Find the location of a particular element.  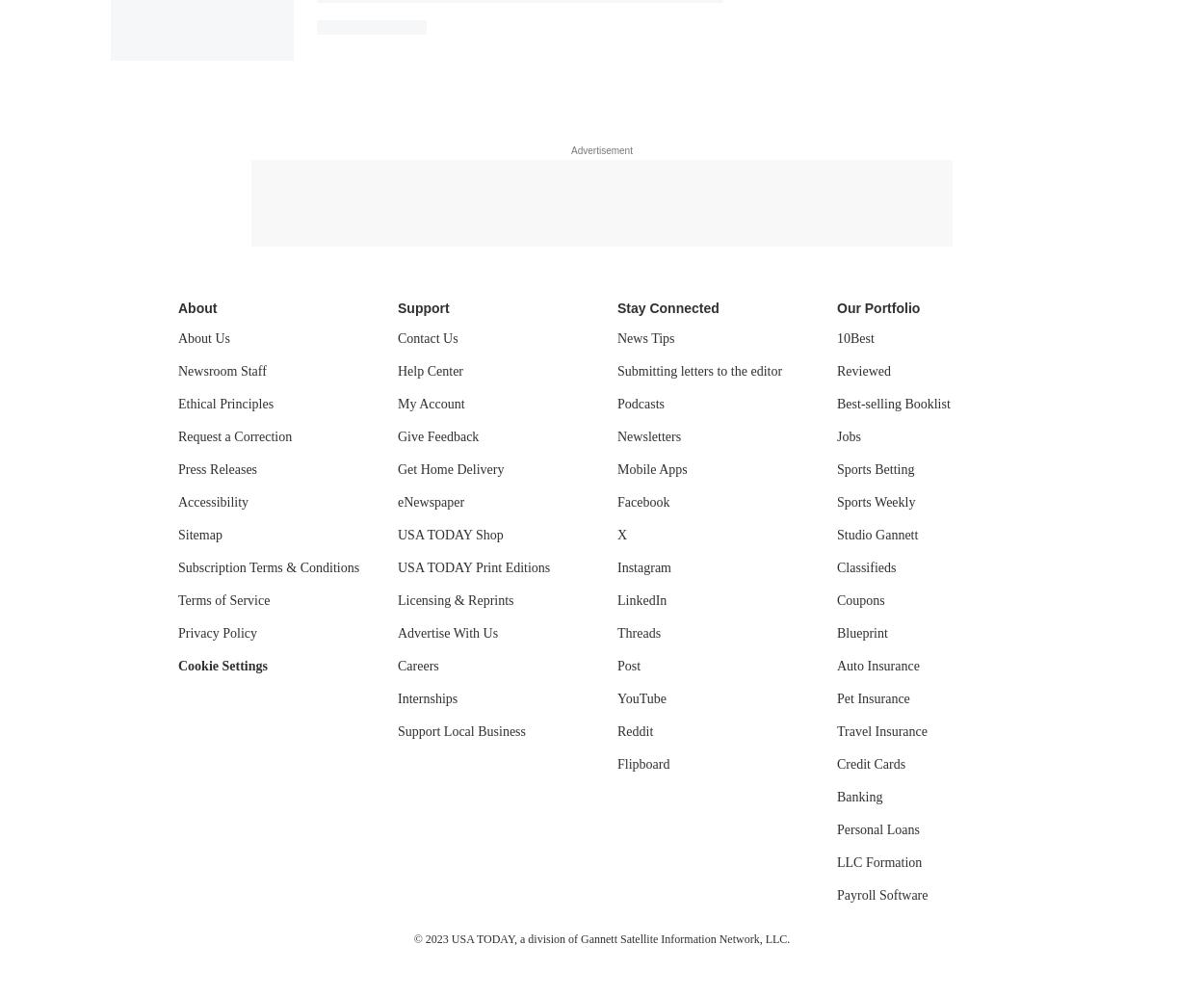

'Subscription Terms & Conditions' is located at coordinates (178, 565).